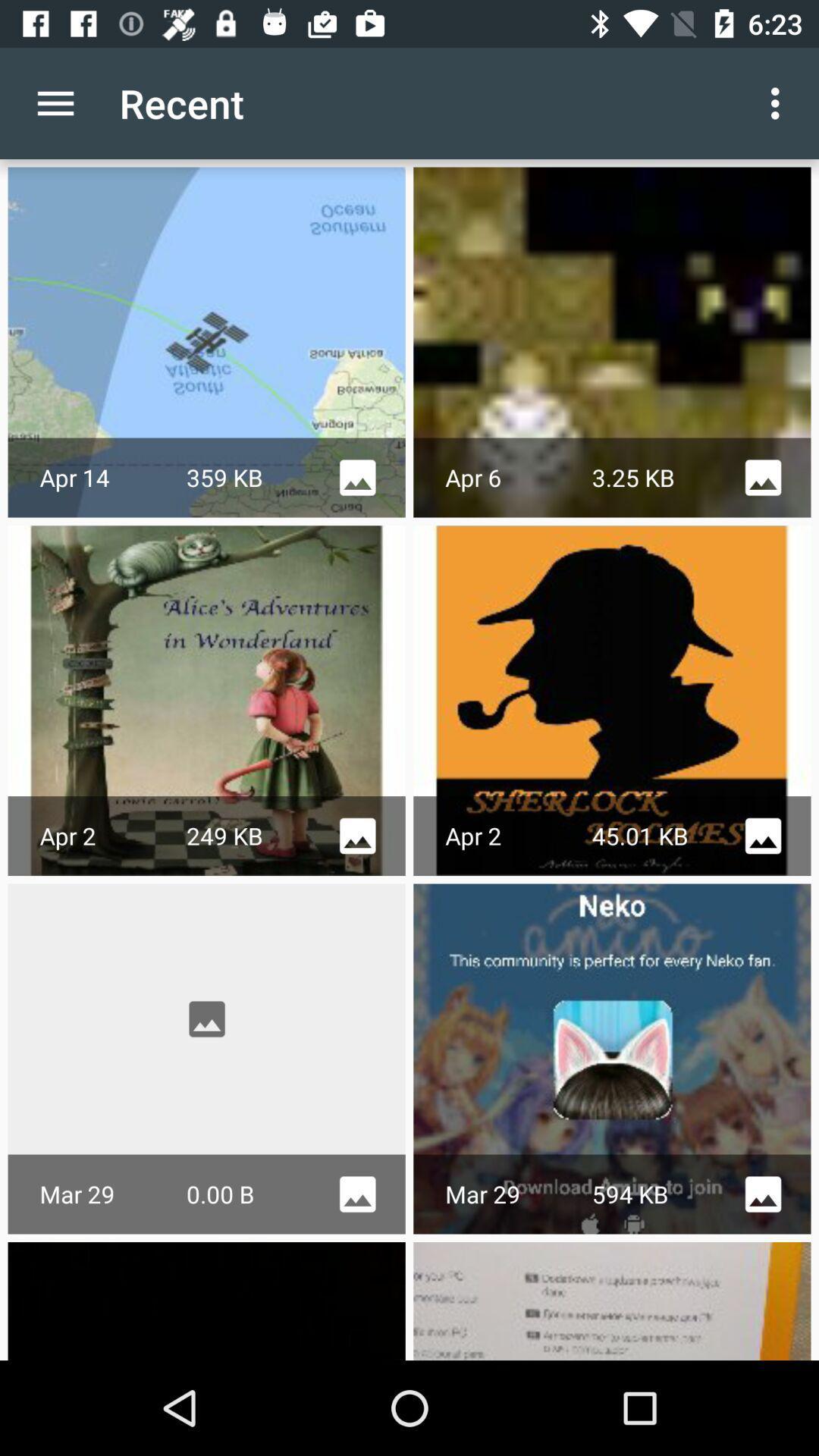 The width and height of the screenshot is (819, 1456). What do you see at coordinates (55, 102) in the screenshot?
I see `the app to the left of the recent item` at bounding box center [55, 102].